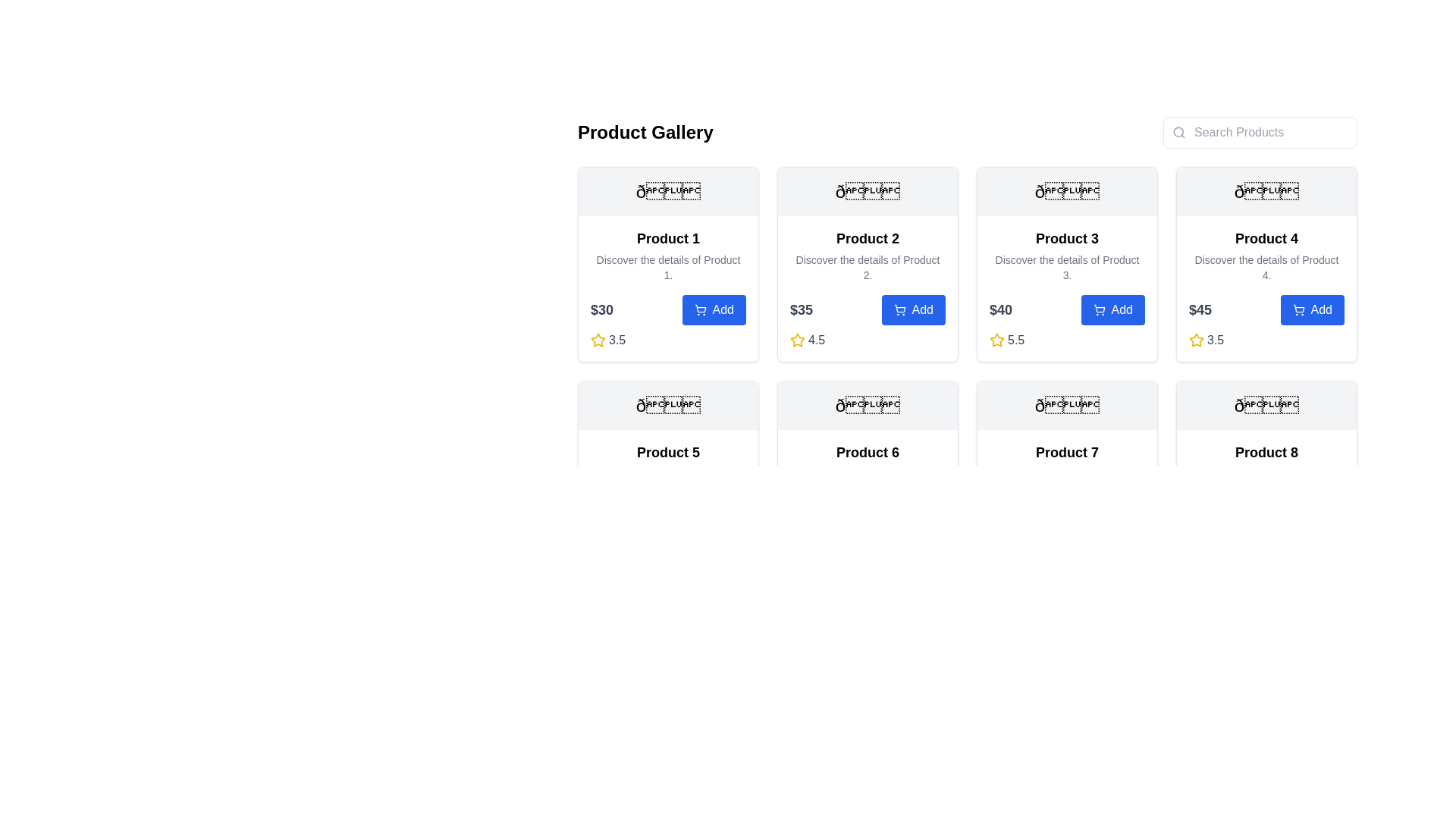 Image resolution: width=1456 pixels, height=819 pixels. Describe the element at coordinates (796, 339) in the screenshot. I see `the yellow outlined star icon associated with the 4.5 rating of the second product in the gallery` at that location.